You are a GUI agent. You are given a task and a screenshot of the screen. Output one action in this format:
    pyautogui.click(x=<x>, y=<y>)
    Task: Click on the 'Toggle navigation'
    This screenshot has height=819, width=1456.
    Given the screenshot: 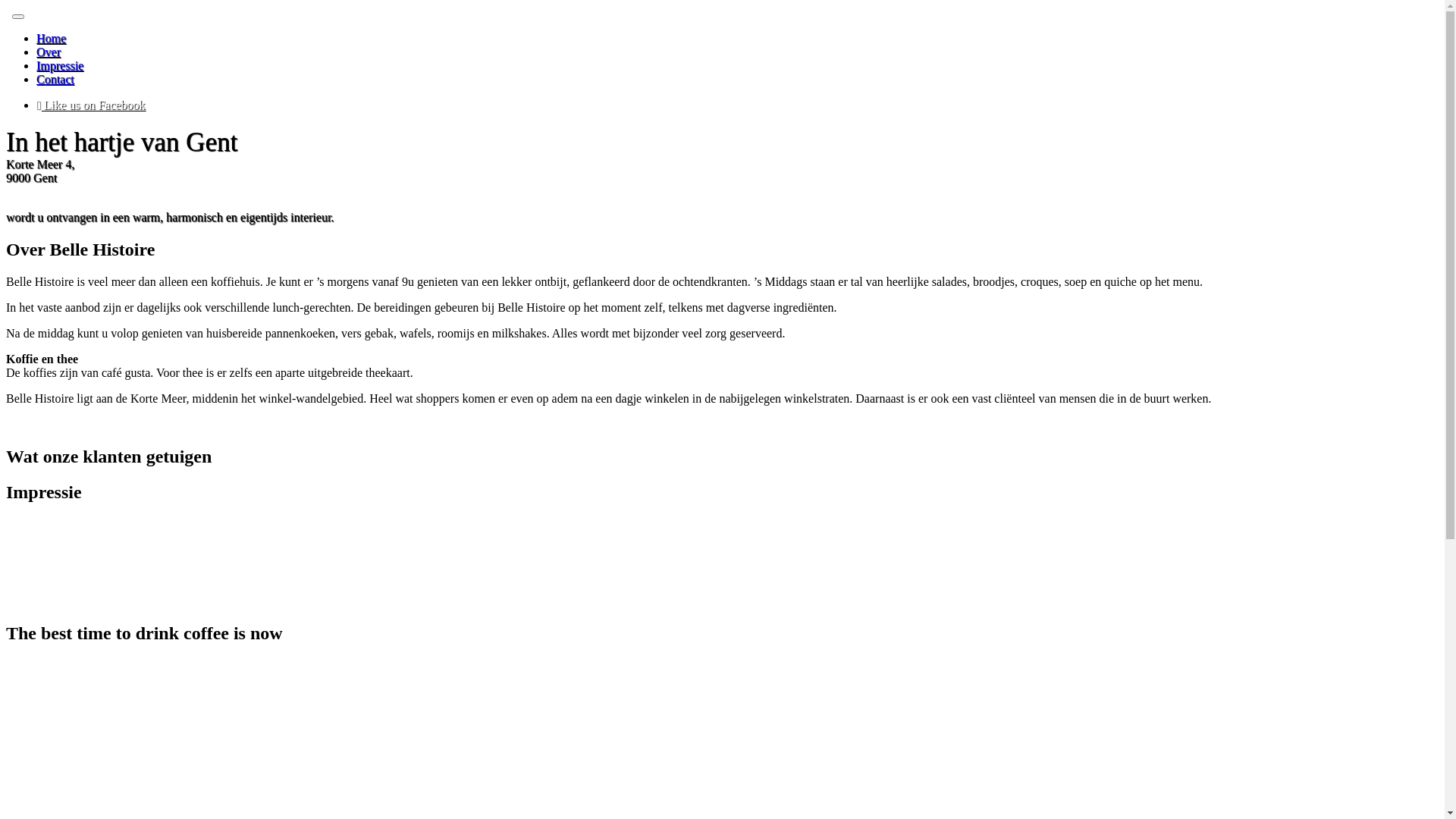 What is the action you would take?
    pyautogui.click(x=18, y=17)
    